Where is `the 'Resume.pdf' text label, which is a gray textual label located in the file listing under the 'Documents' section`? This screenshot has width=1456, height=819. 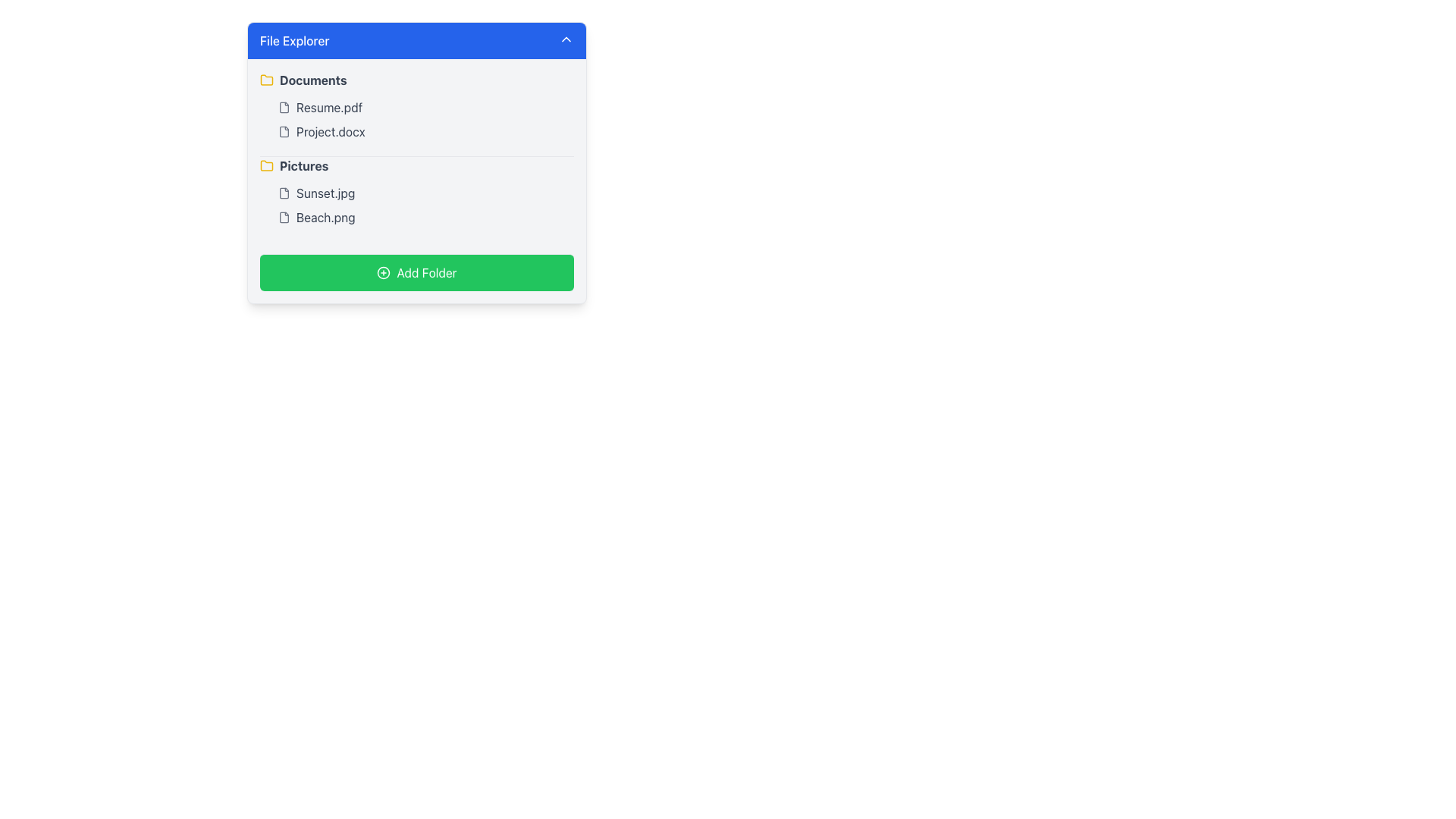
the 'Resume.pdf' text label, which is a gray textual label located in the file listing under the 'Documents' section is located at coordinates (328, 107).